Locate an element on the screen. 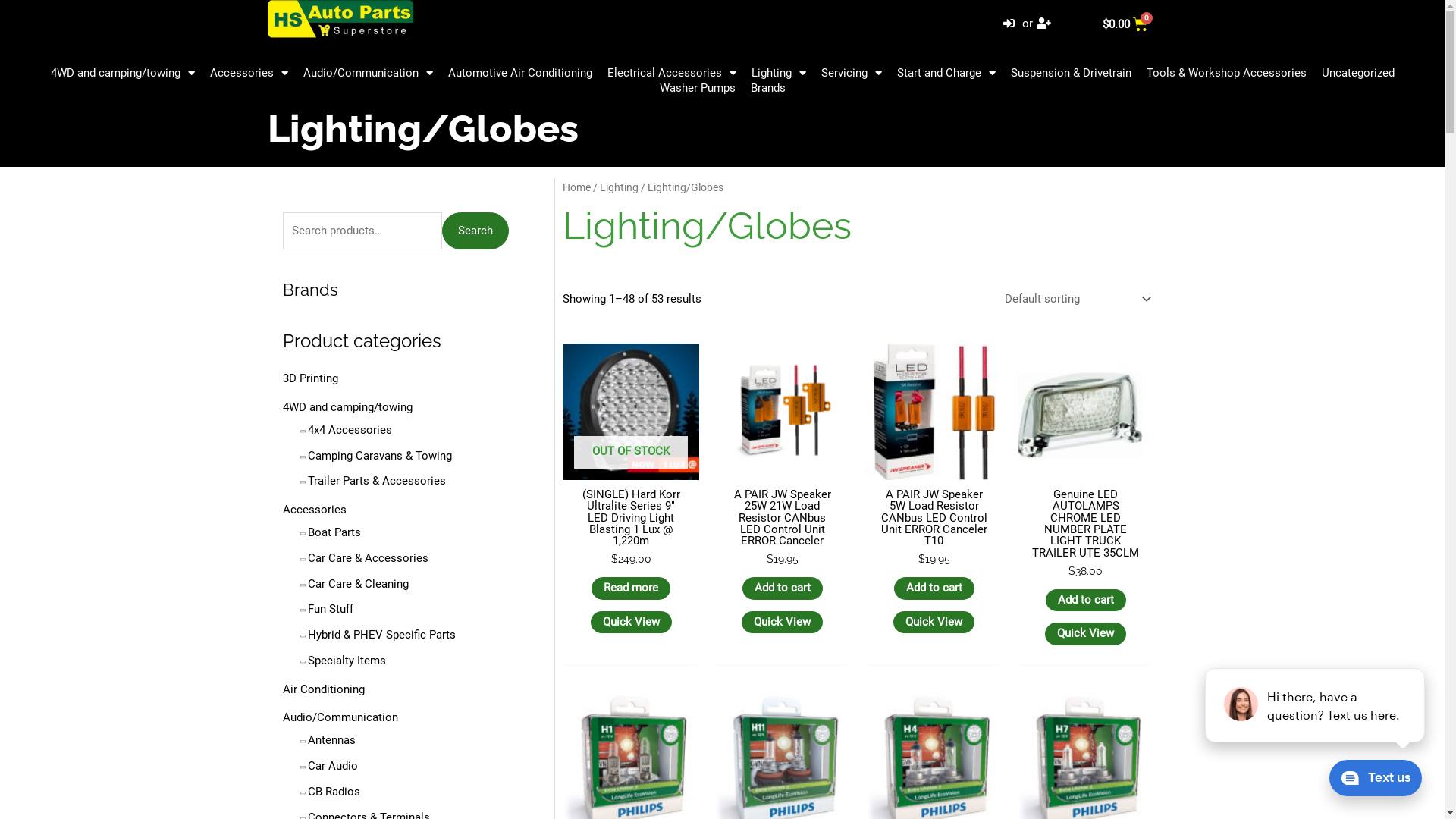 This screenshot has height=819, width=1456. 'Search' is located at coordinates (475, 231).